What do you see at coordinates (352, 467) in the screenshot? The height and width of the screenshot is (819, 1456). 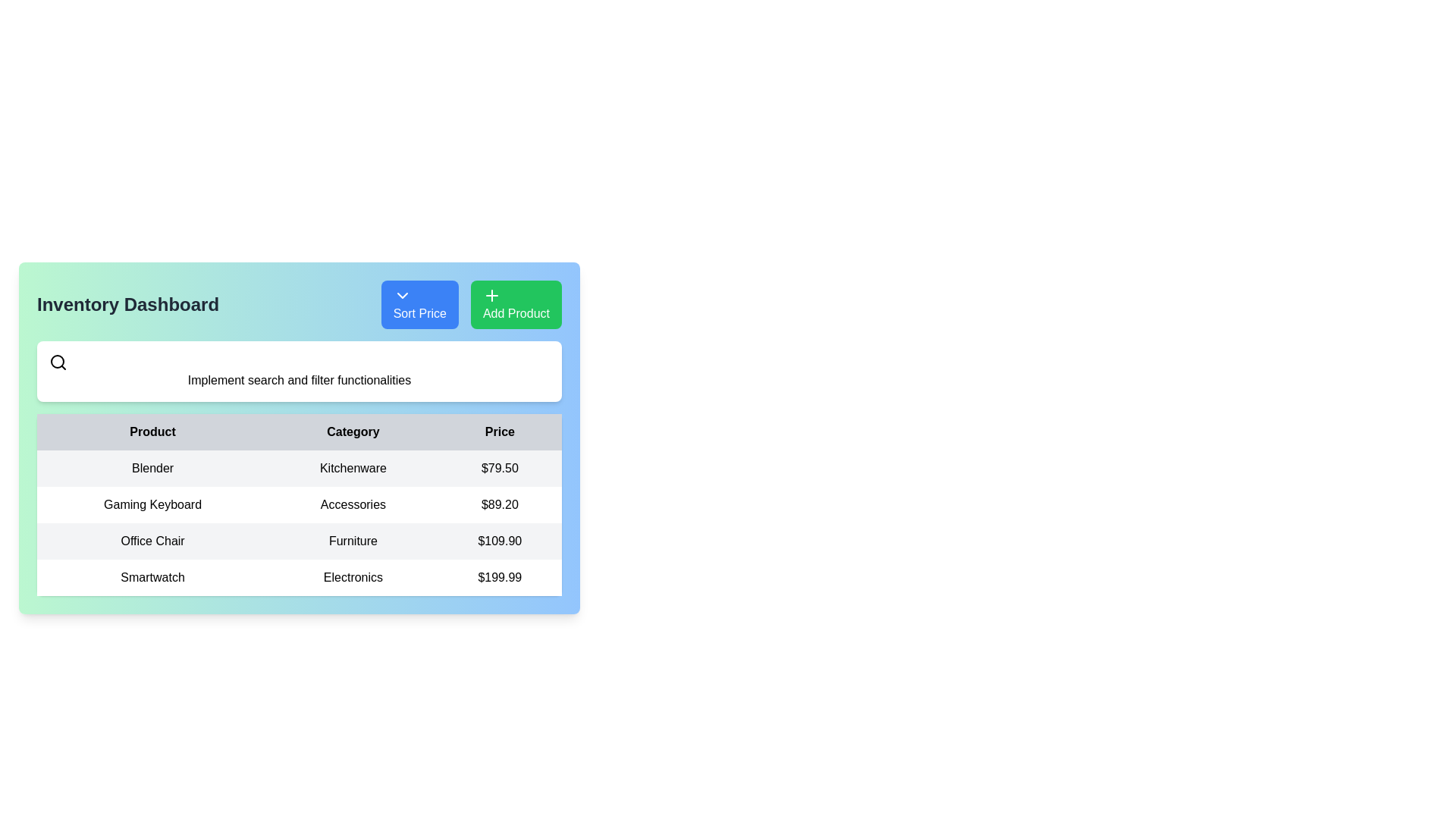 I see `text label that identifies the category associated with the product 'Blender', located in the second column entry of the row labeled 'Blender' within the table in the 'Category' column` at bounding box center [352, 467].